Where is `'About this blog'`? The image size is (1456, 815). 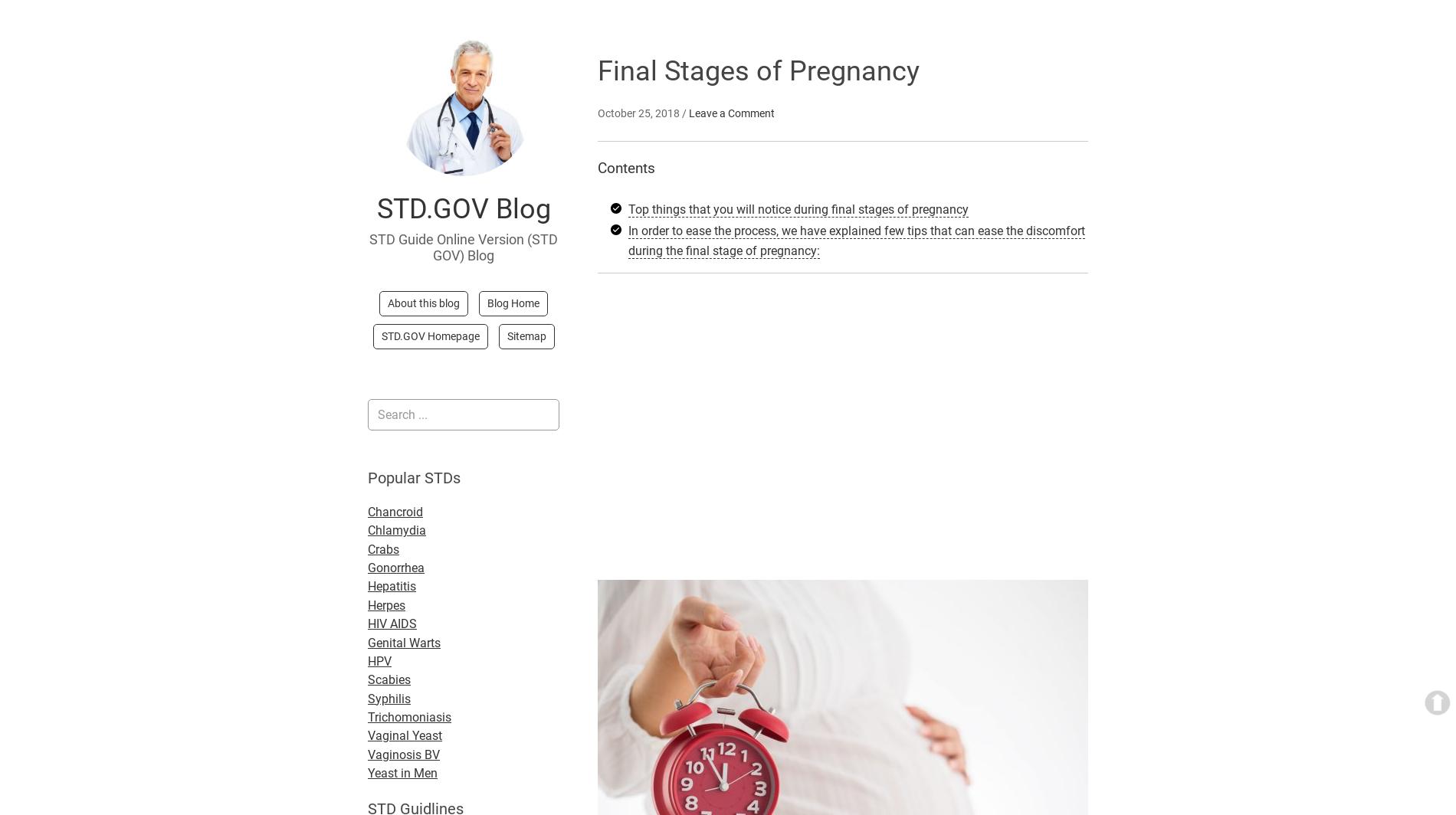
'About this blog' is located at coordinates (424, 302).